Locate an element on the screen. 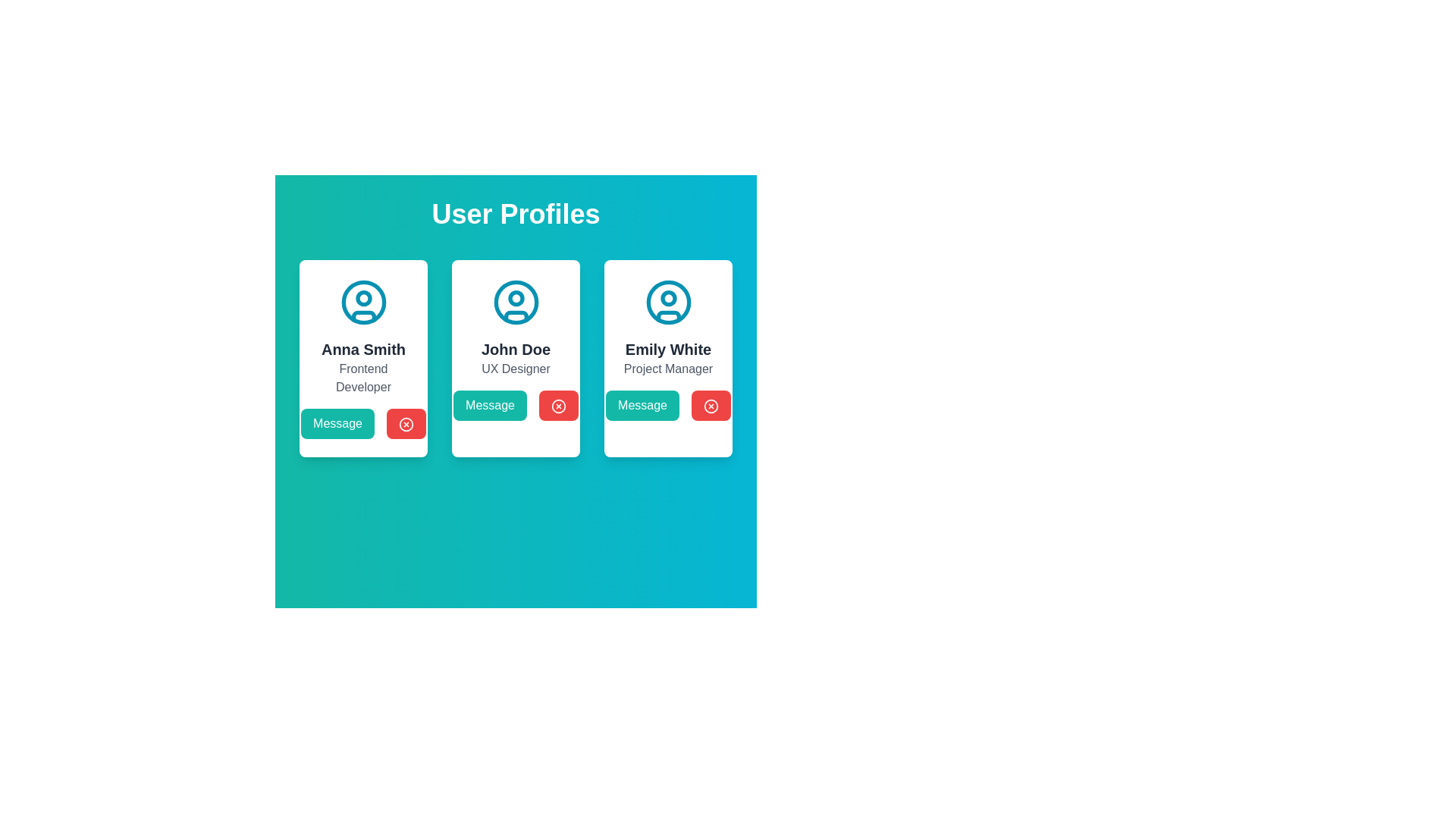 The width and height of the screenshot is (1456, 819). the circular user profile picture icon in cyan color representing 'Emily White', located at the top of her card layout is located at coordinates (667, 302).